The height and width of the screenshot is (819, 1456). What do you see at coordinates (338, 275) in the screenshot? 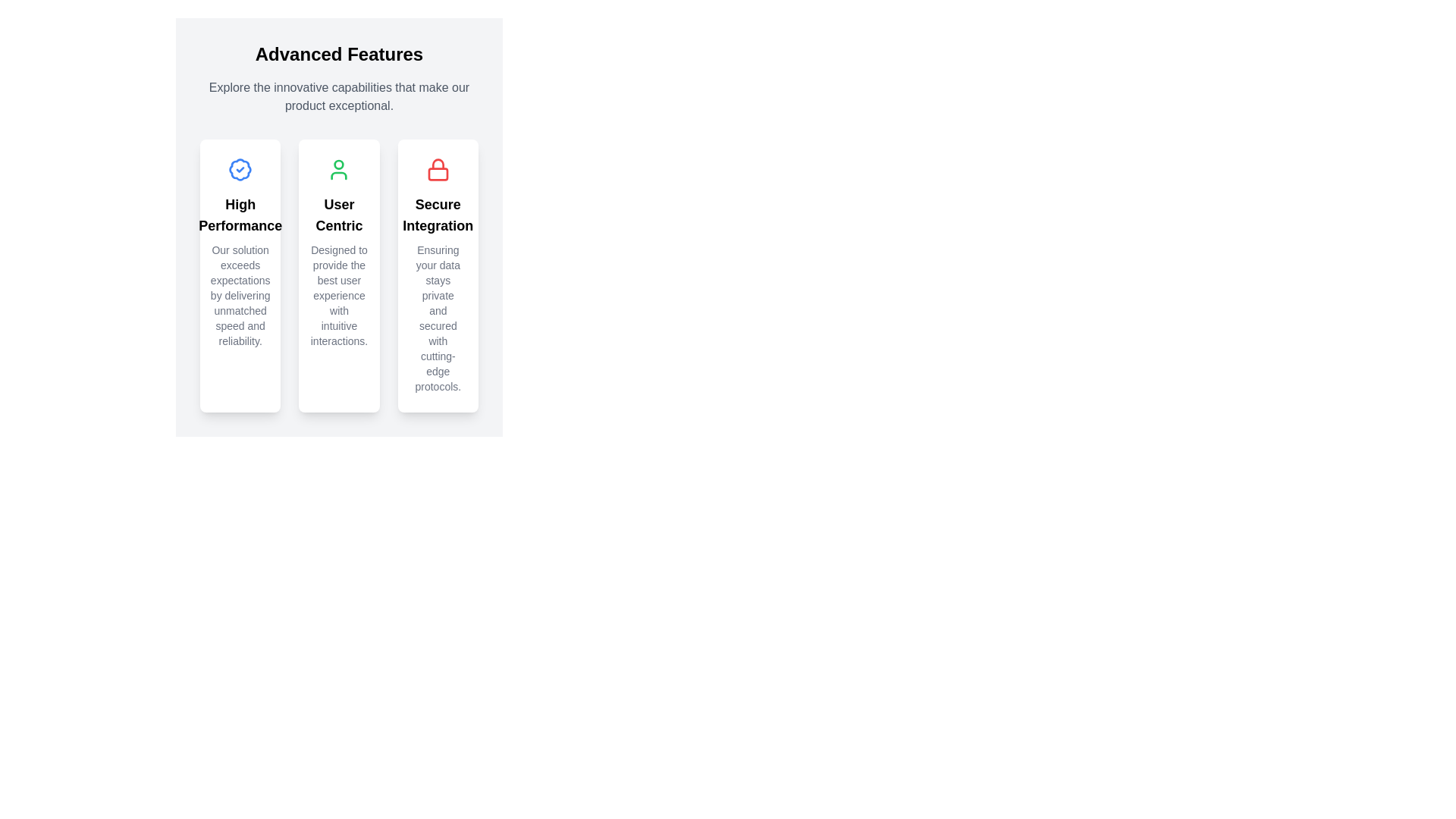
I see `the informational panel titled 'User Centric' with a green person icon, located in the middle column under 'Advanced Features'` at bounding box center [338, 275].